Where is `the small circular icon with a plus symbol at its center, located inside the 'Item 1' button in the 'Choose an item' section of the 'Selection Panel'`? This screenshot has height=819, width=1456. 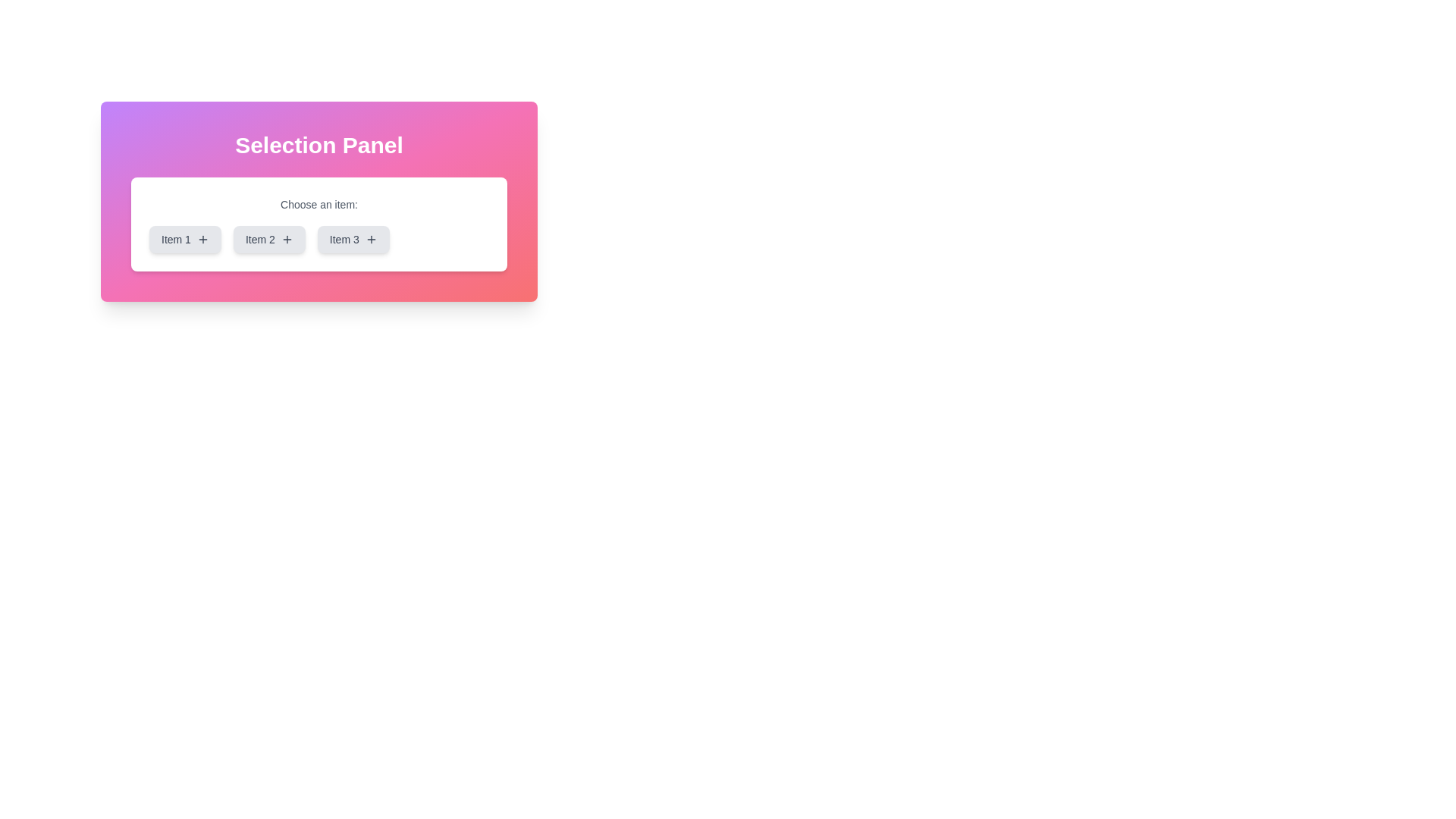
the small circular icon with a plus symbol at its center, located inside the 'Item 1' button in the 'Choose an item' section of the 'Selection Panel' is located at coordinates (202, 239).